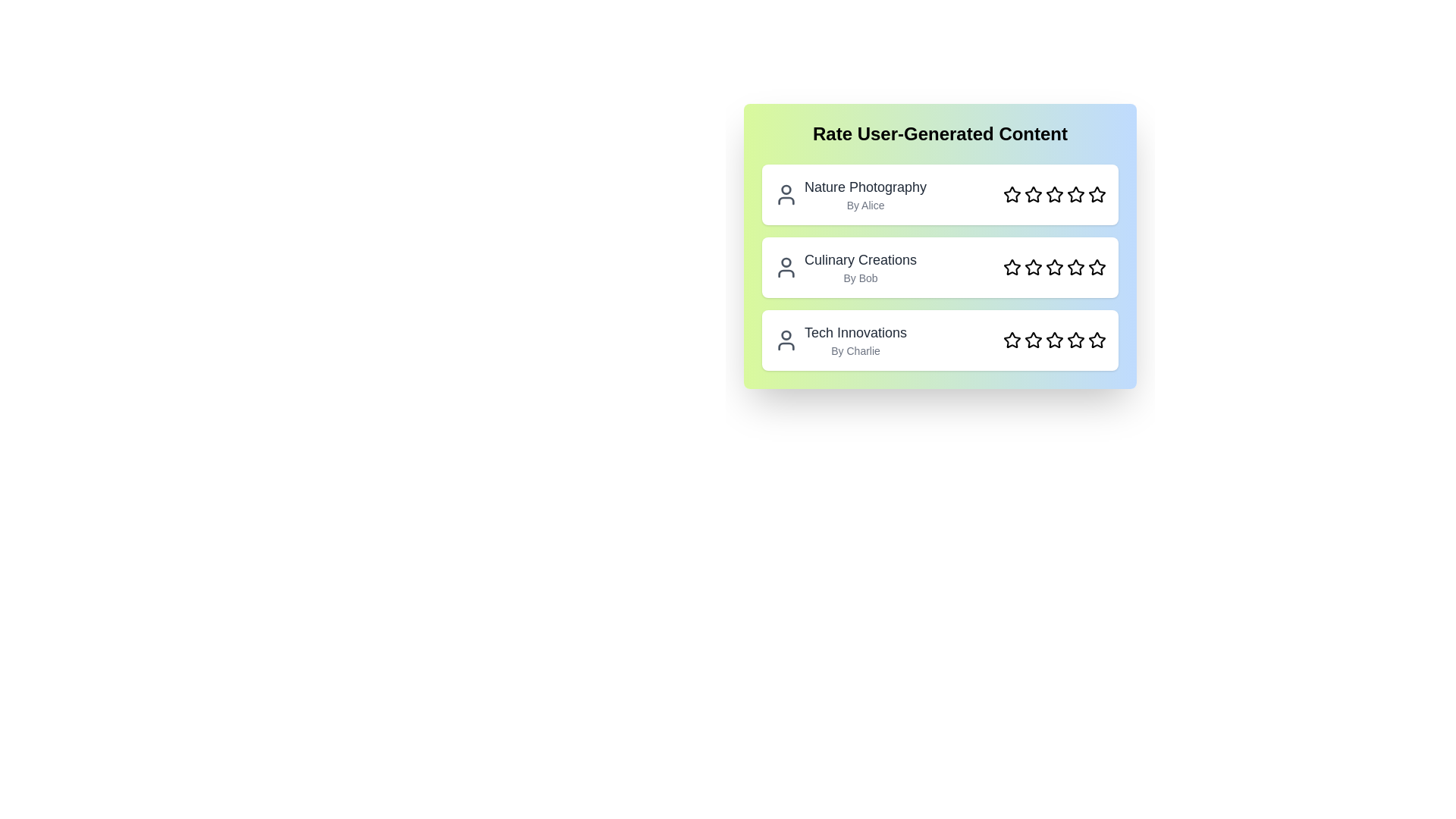  Describe the element at coordinates (1012, 194) in the screenshot. I see `the star corresponding to the rating 1 for the content Nature Photography` at that location.